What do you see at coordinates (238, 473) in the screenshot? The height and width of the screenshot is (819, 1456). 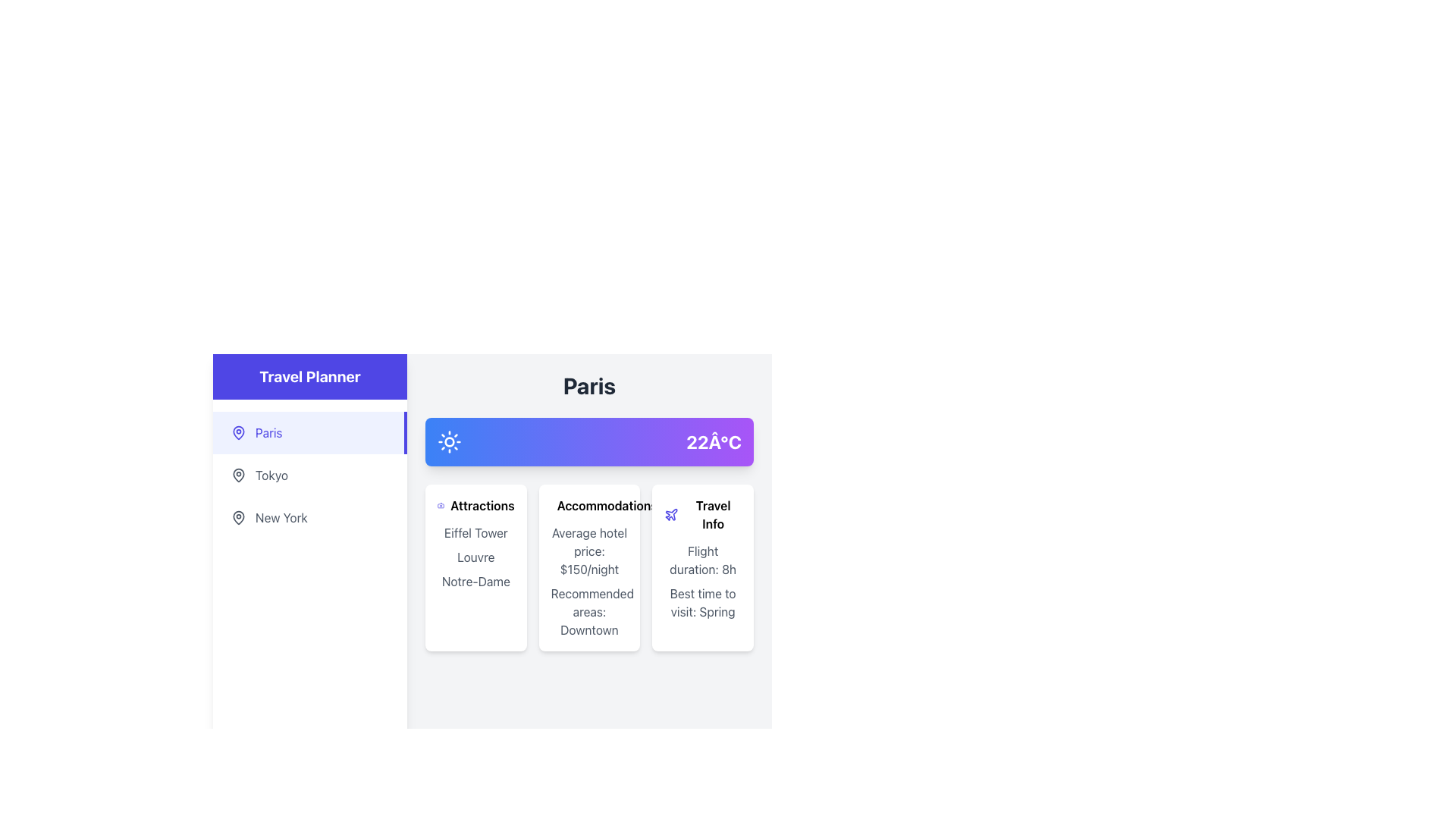 I see `the map pin icon associated with the 'Tokyo' menu item in the left sidebar by moving the cursor to its center` at bounding box center [238, 473].